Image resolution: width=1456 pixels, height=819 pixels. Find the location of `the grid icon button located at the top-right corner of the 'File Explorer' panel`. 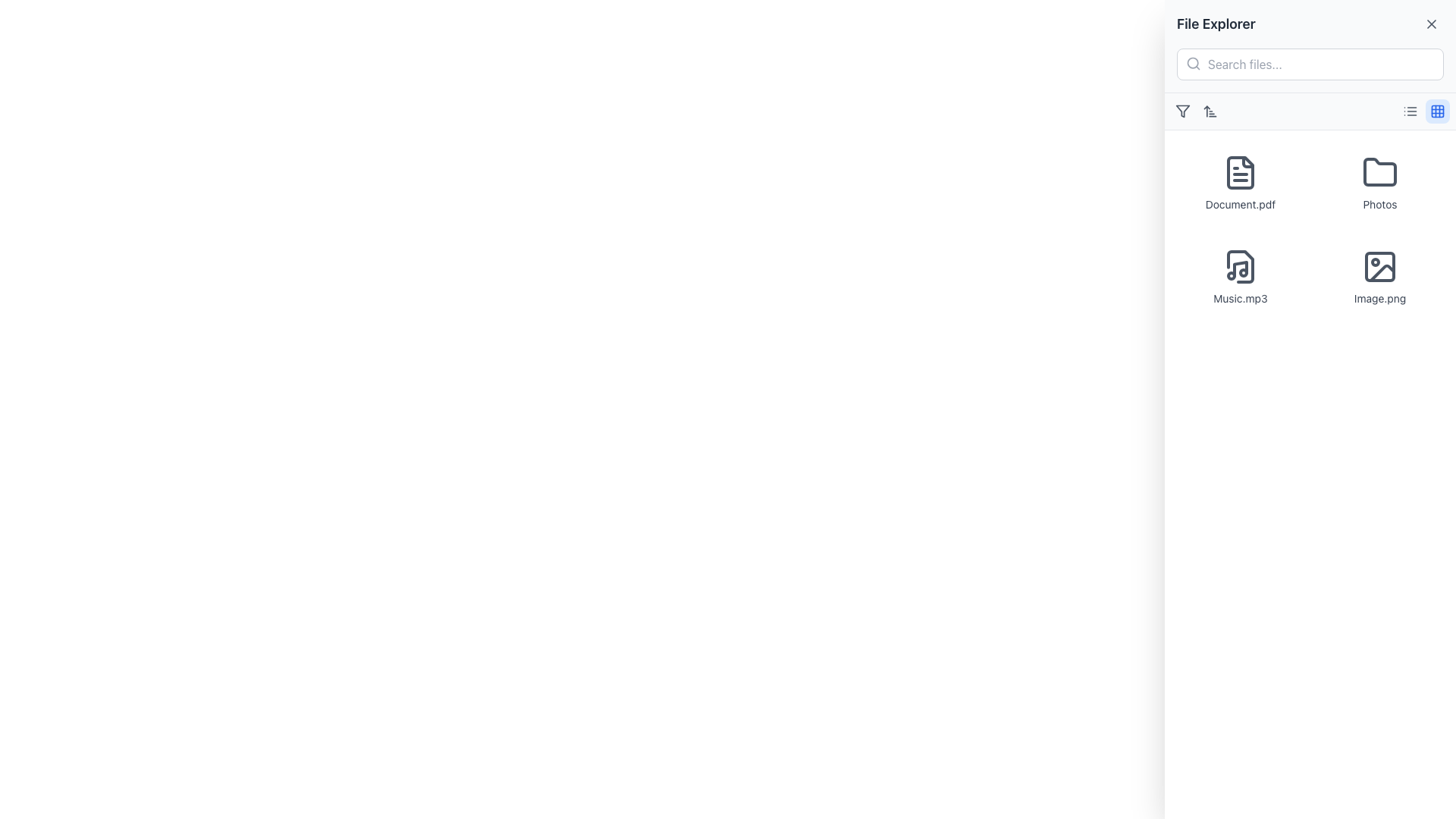

the grid icon button located at the top-right corner of the 'File Explorer' panel is located at coordinates (1437, 110).